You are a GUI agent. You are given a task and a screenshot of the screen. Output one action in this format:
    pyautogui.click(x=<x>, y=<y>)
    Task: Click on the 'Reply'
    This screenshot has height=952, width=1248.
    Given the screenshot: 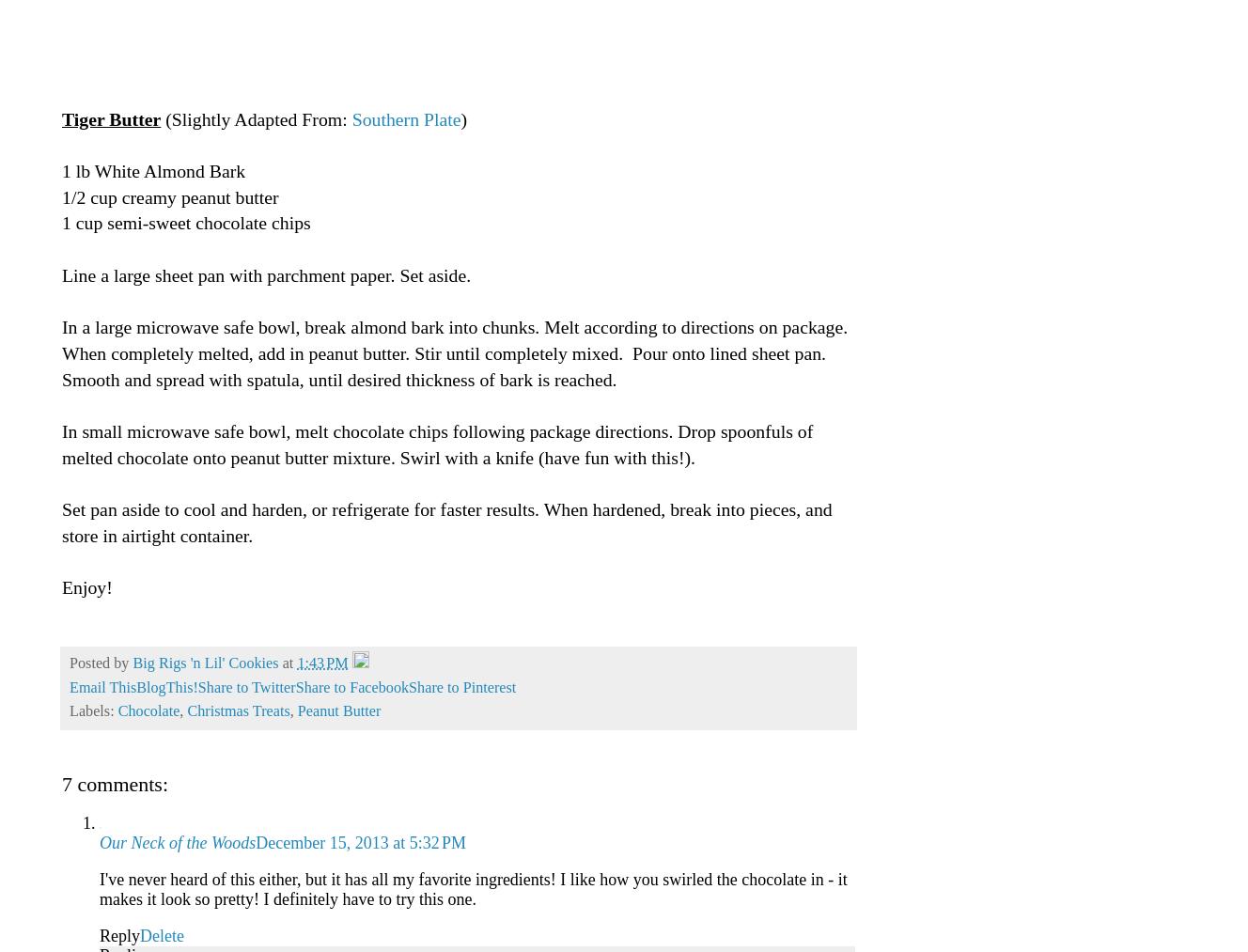 What is the action you would take?
    pyautogui.click(x=118, y=935)
    